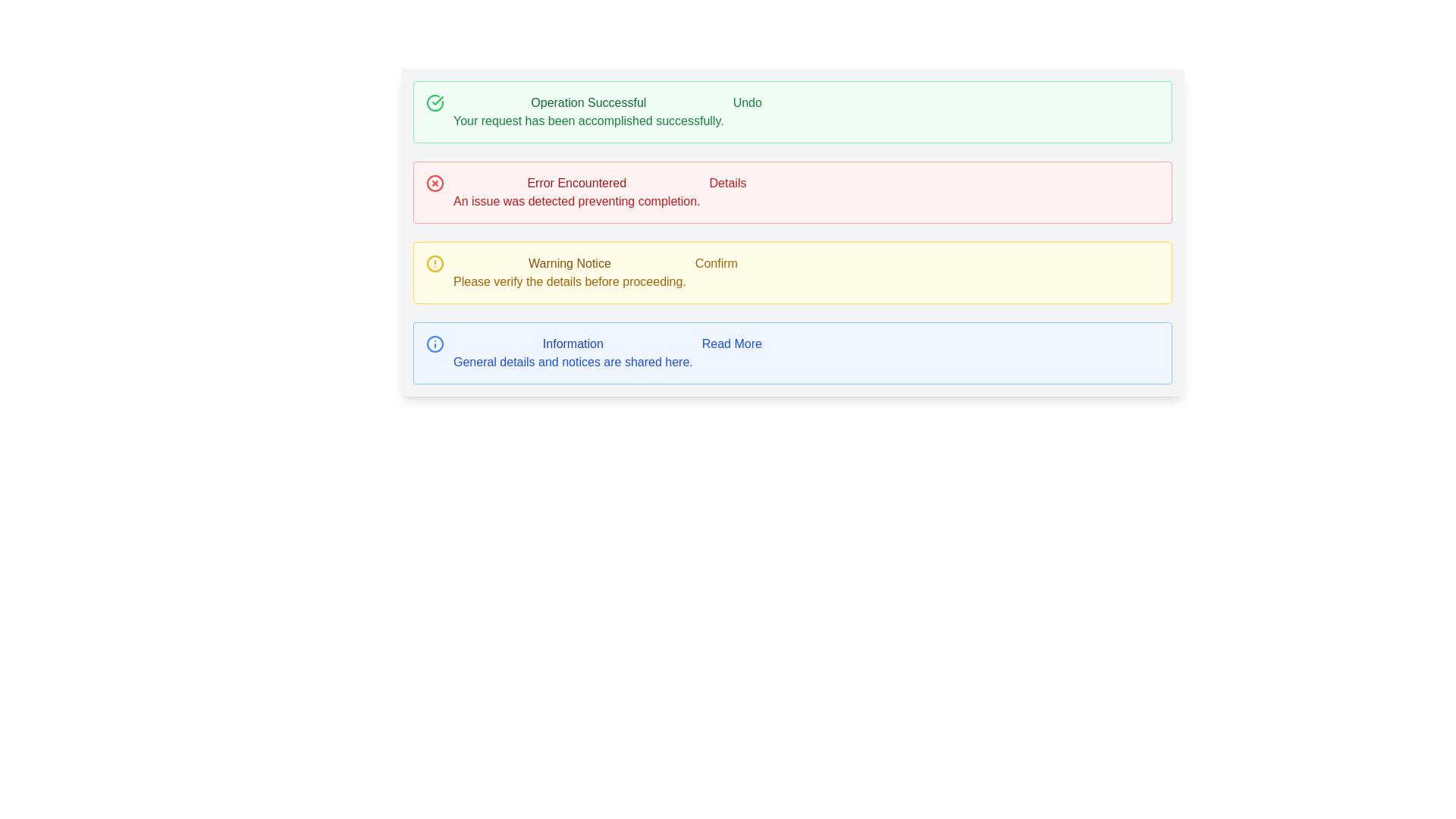 The height and width of the screenshot is (819, 1456). I want to click on the Warning Icon, which is a yellow circle representing an alert, located to the left of the 'Warning Notice' text in the third horizontal segment of the layout, so click(435, 262).